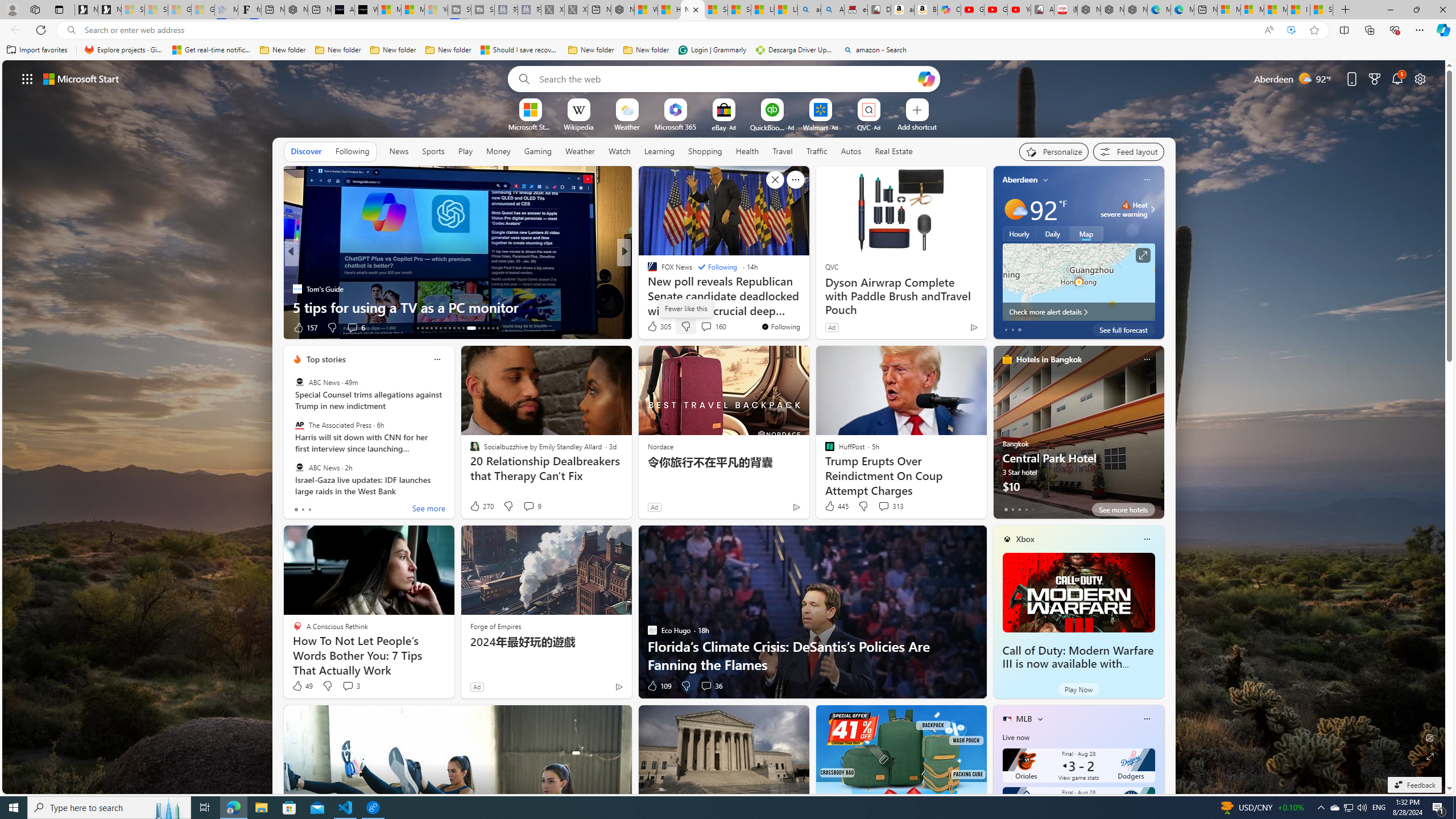 The image size is (1456, 819). I want to click on 'Travel', so click(782, 151).